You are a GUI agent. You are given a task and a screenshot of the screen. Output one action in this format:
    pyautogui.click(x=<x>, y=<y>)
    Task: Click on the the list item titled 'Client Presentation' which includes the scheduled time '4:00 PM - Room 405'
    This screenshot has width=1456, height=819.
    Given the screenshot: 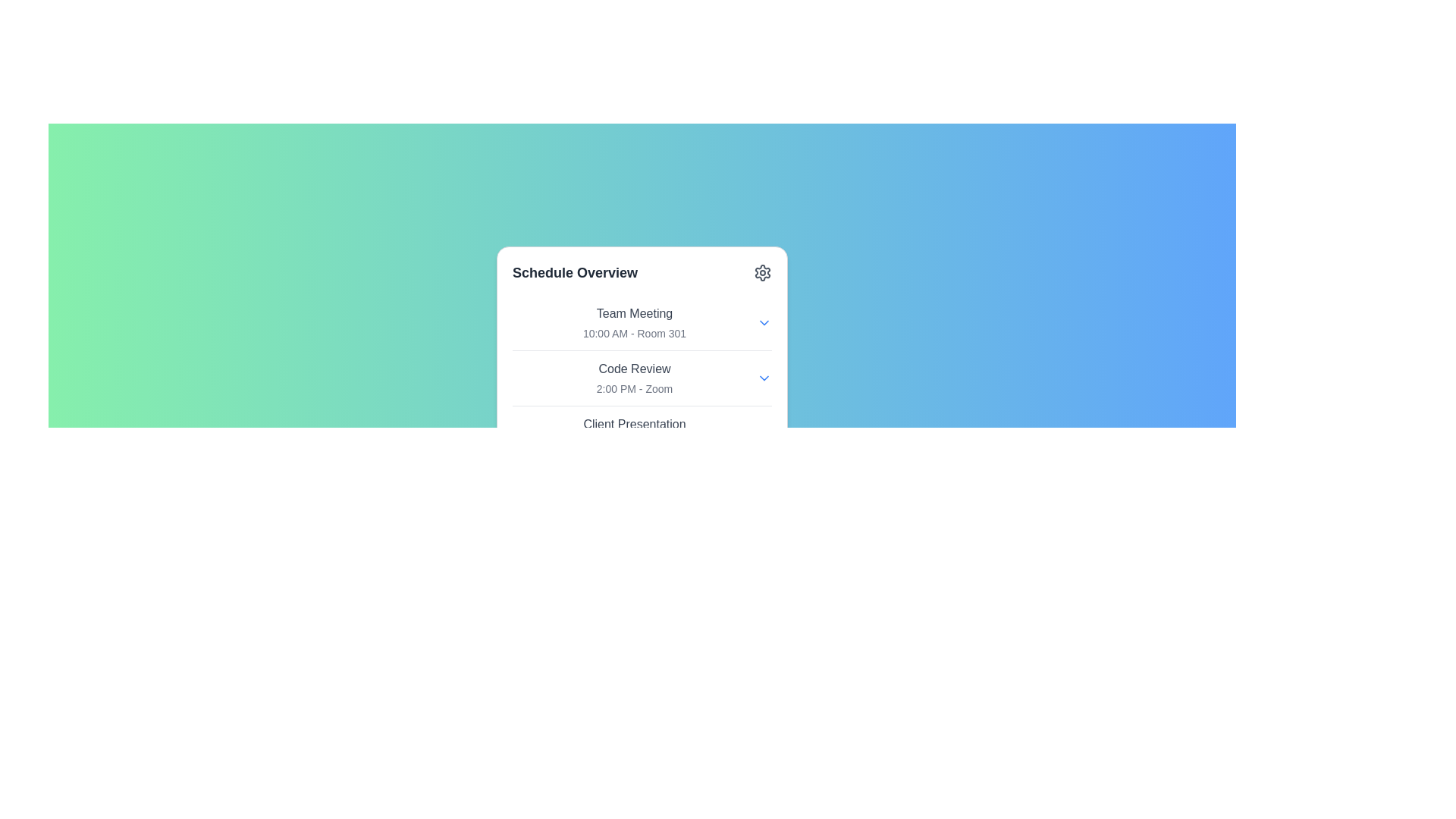 What is the action you would take?
    pyautogui.click(x=634, y=433)
    